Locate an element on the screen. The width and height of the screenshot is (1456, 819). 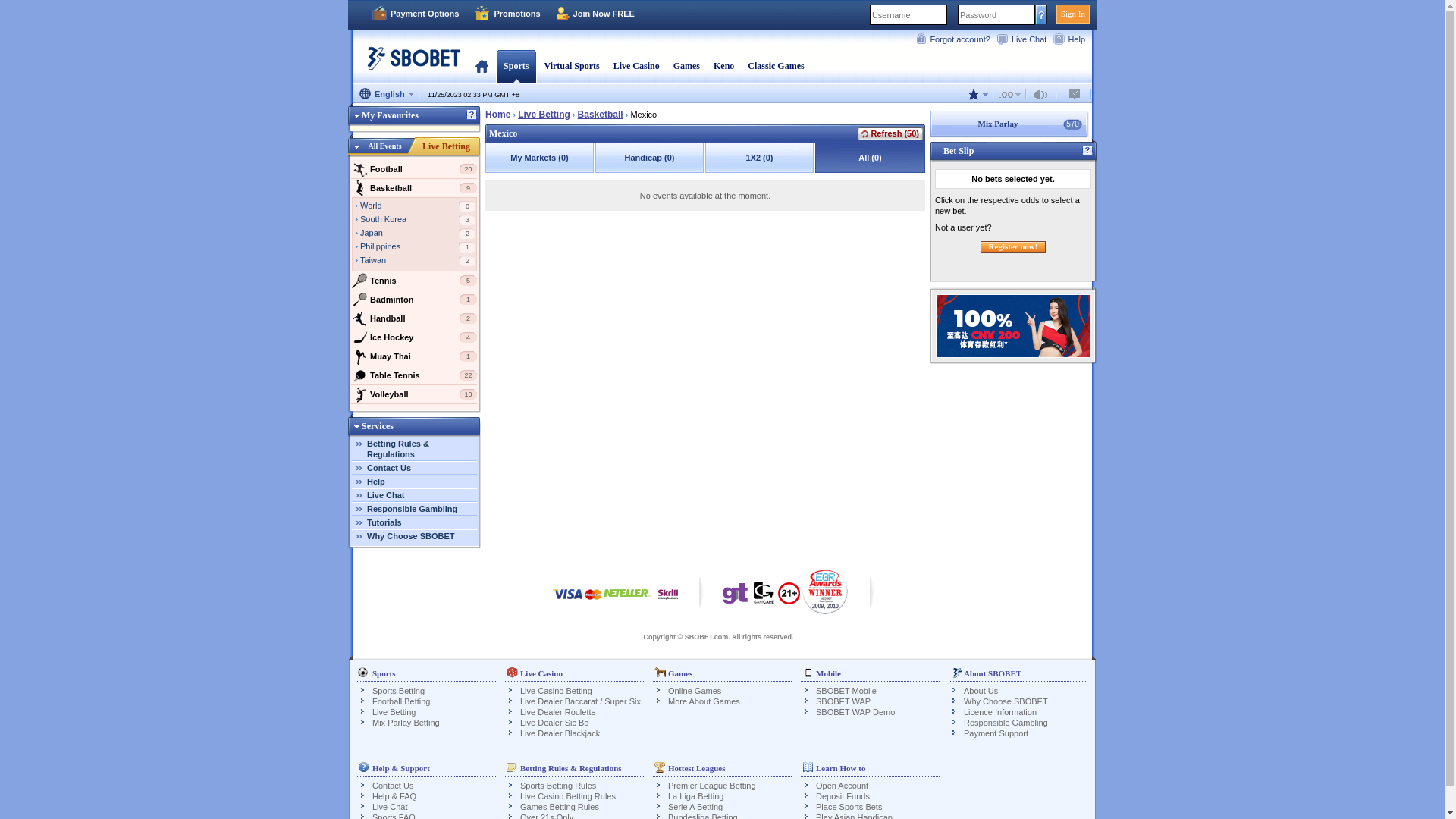
'Games Betting Rules' is located at coordinates (559, 806).